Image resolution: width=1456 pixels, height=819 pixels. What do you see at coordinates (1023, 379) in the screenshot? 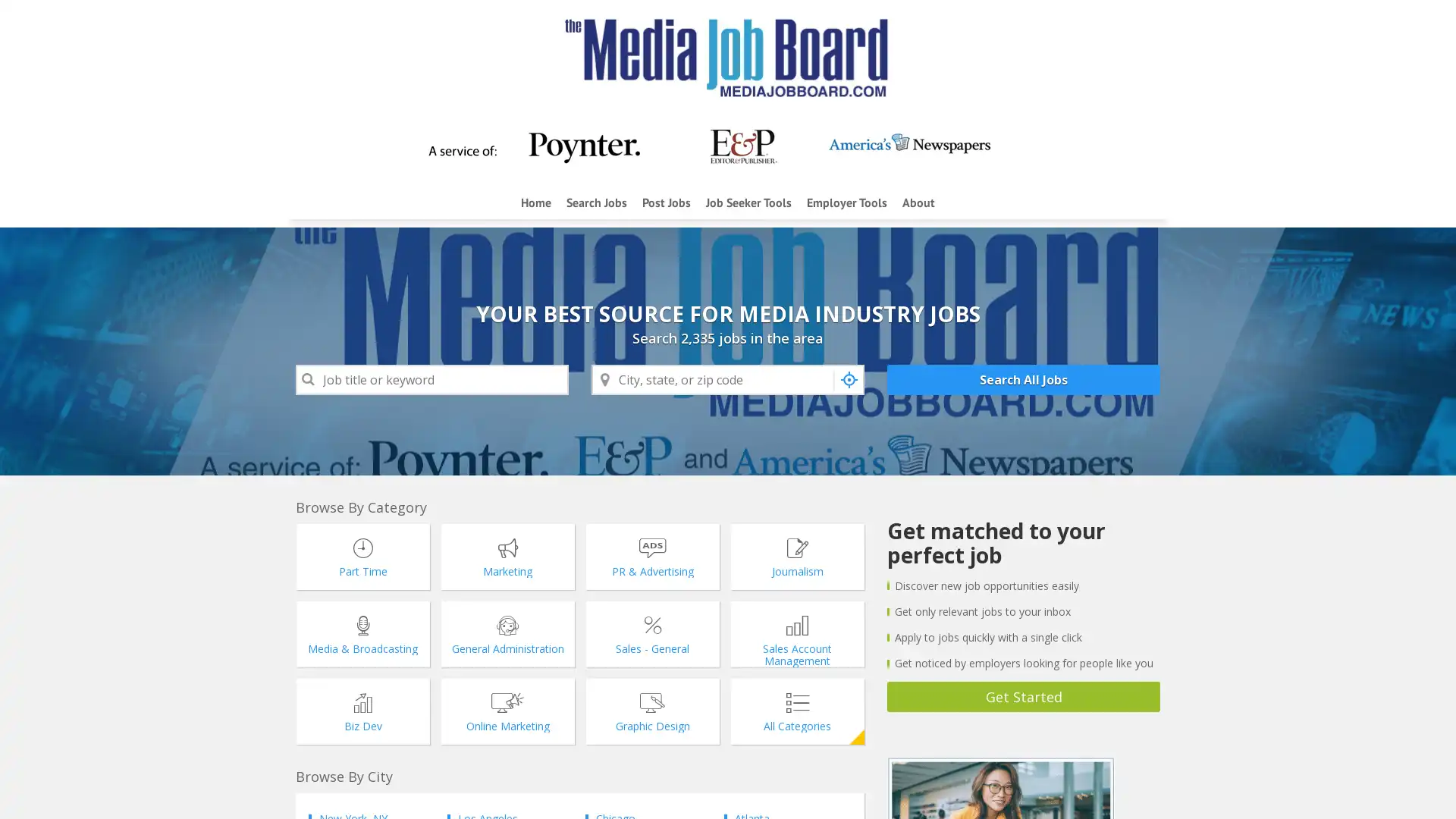
I see `Search All Jobs` at bounding box center [1023, 379].